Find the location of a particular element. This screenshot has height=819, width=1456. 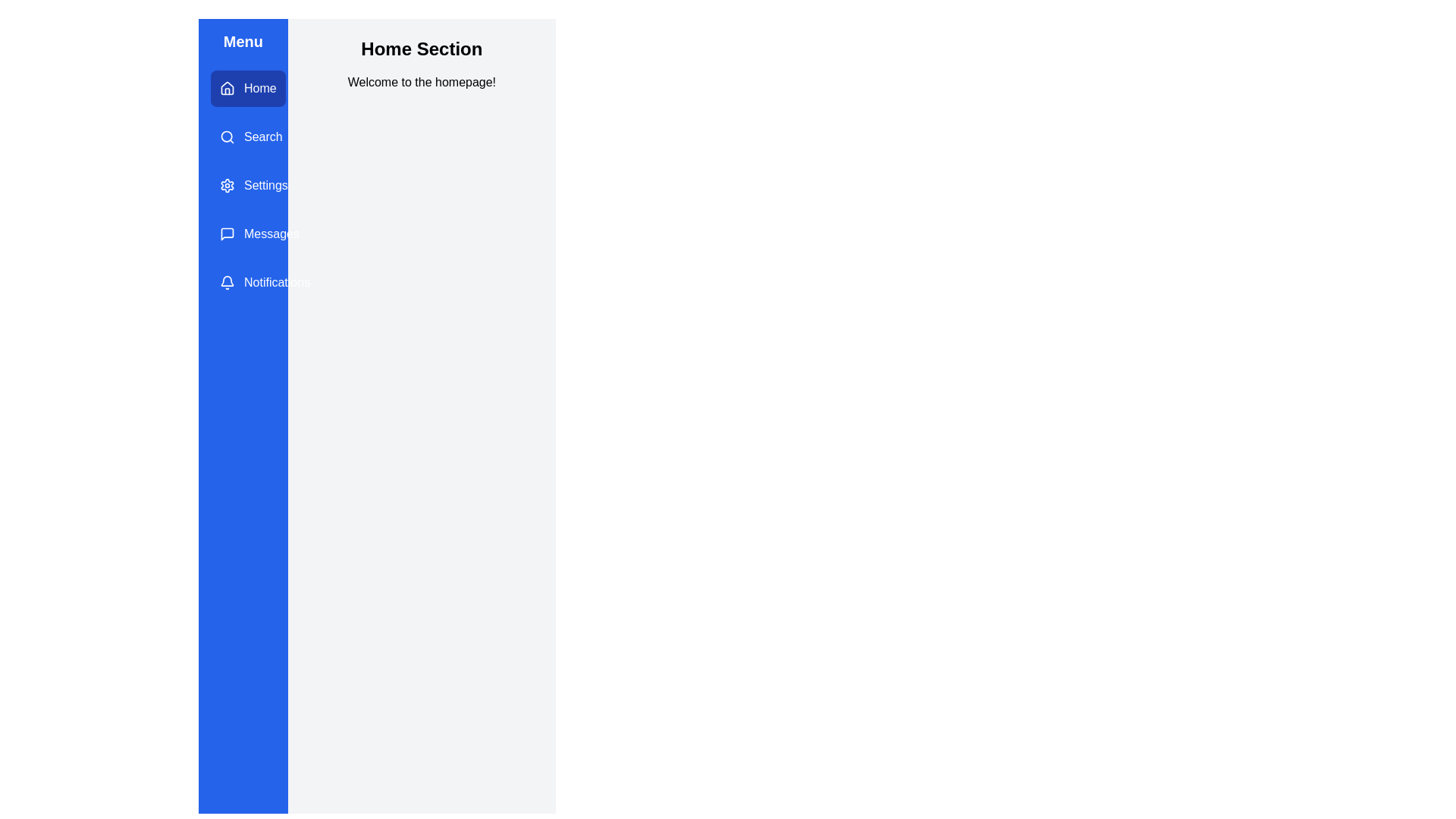

the 'Settings' text label in the navigation menu is located at coordinates (265, 185).